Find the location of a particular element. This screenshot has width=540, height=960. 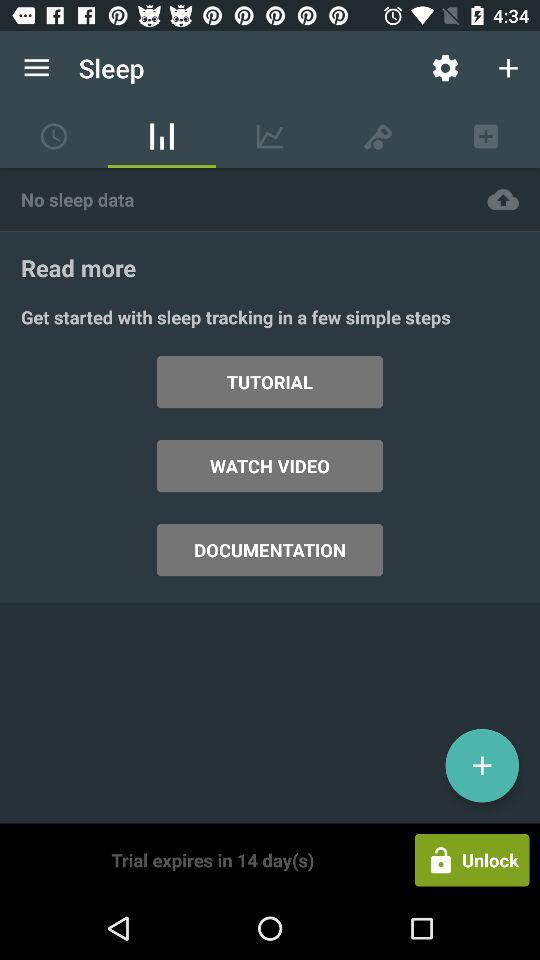

cloud is located at coordinates (502, 199).